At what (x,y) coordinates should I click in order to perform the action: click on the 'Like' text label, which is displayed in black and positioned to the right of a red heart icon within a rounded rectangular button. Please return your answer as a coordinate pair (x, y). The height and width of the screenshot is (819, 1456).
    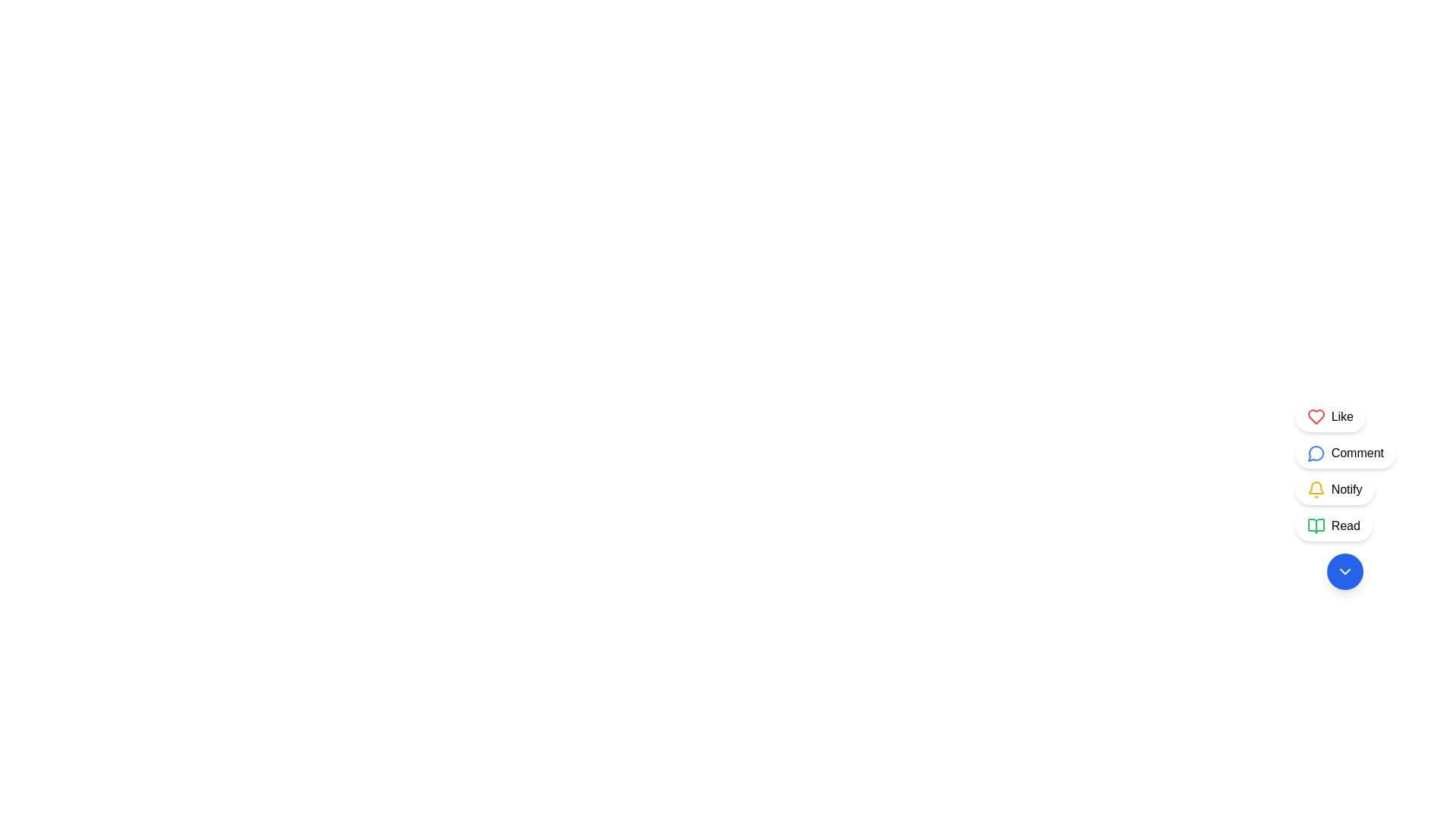
    Looking at the image, I should click on (1342, 417).